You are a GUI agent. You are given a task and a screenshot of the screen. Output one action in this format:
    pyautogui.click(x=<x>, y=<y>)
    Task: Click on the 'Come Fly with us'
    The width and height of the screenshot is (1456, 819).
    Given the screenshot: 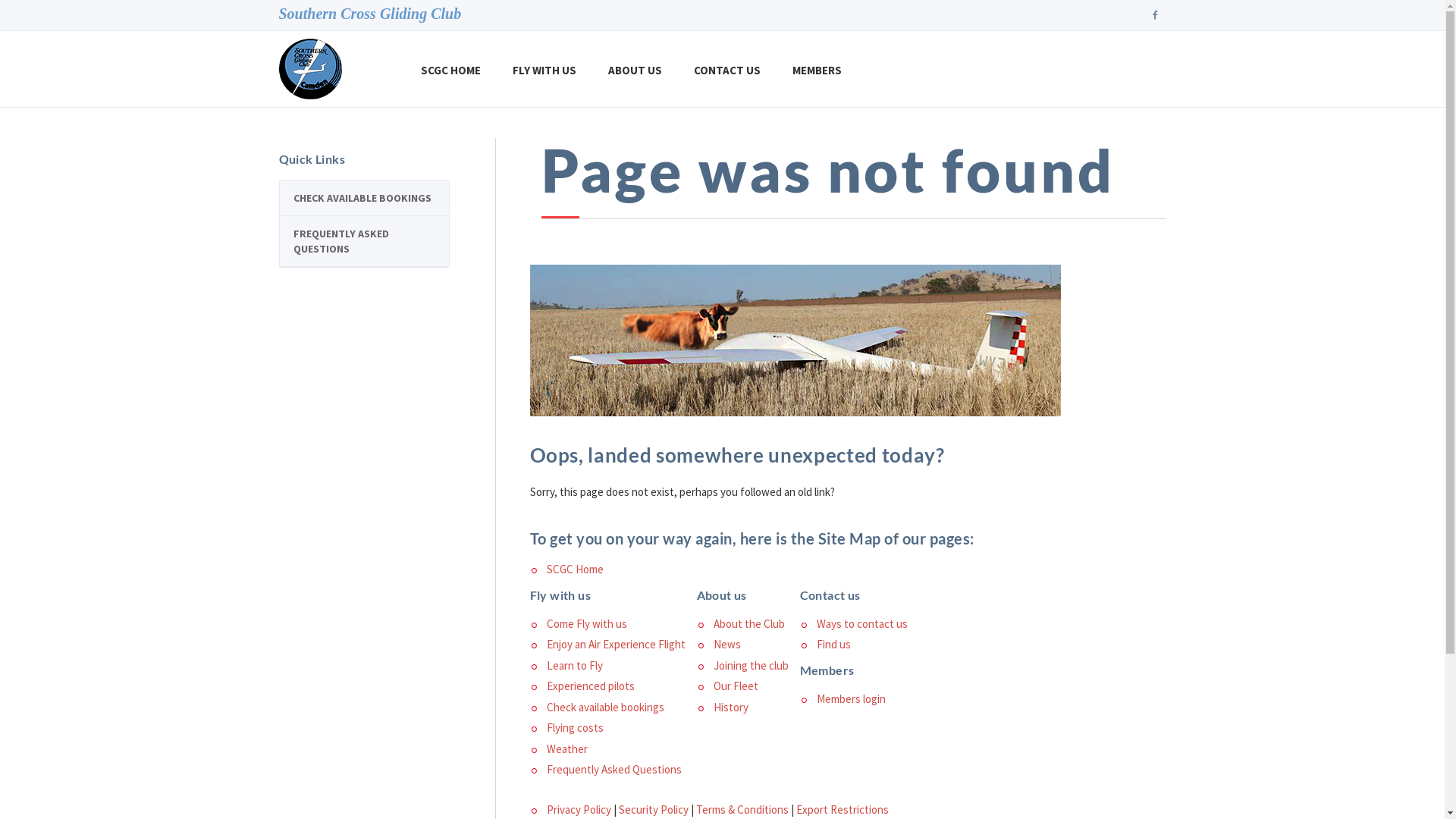 What is the action you would take?
    pyautogui.click(x=585, y=623)
    